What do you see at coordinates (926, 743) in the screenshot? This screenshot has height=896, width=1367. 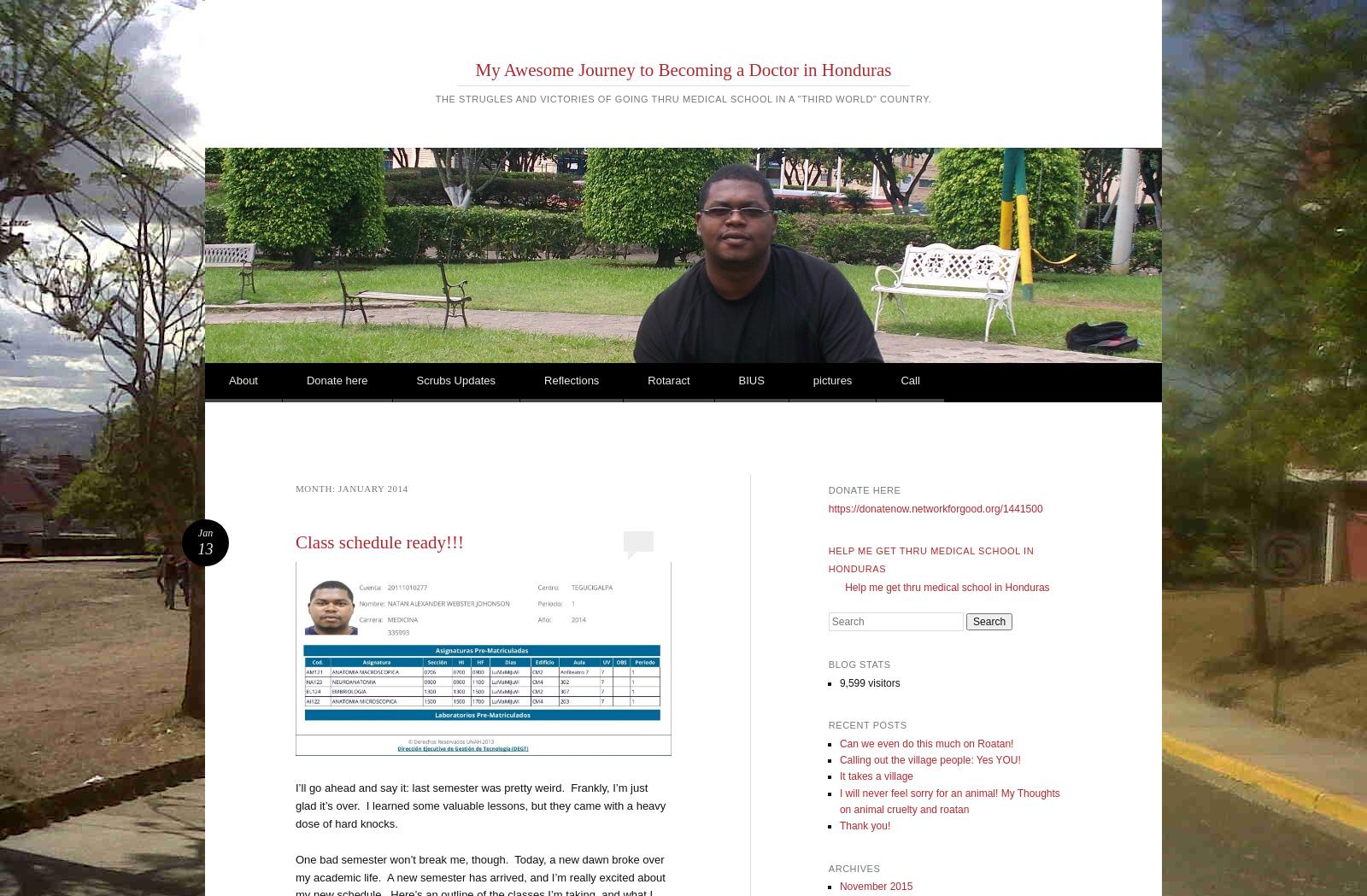 I see `'Can we even do this much on Roatan!'` at bounding box center [926, 743].